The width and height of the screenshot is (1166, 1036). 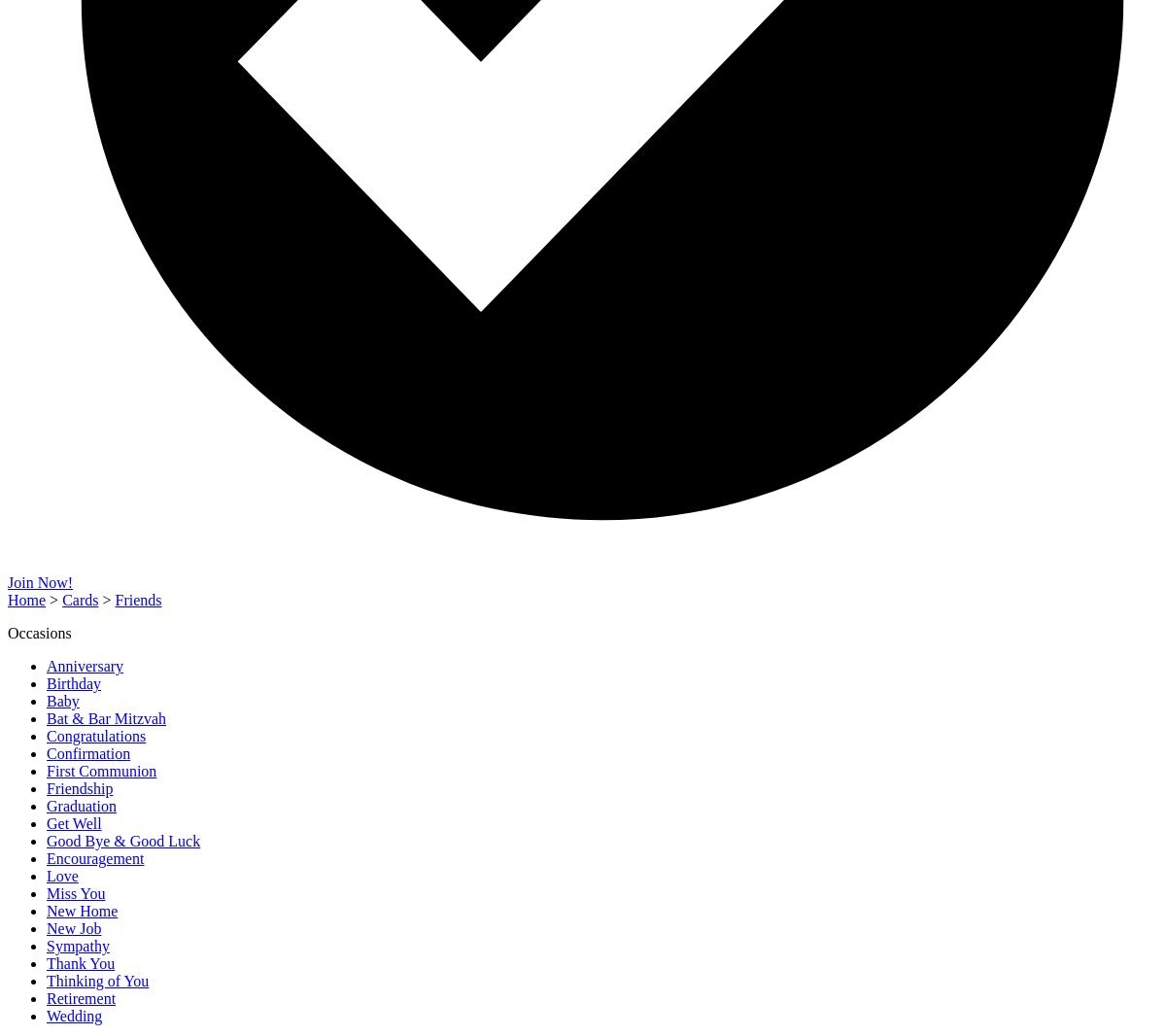 What do you see at coordinates (106, 717) in the screenshot?
I see `'Bat & Bar Mitzvah'` at bounding box center [106, 717].